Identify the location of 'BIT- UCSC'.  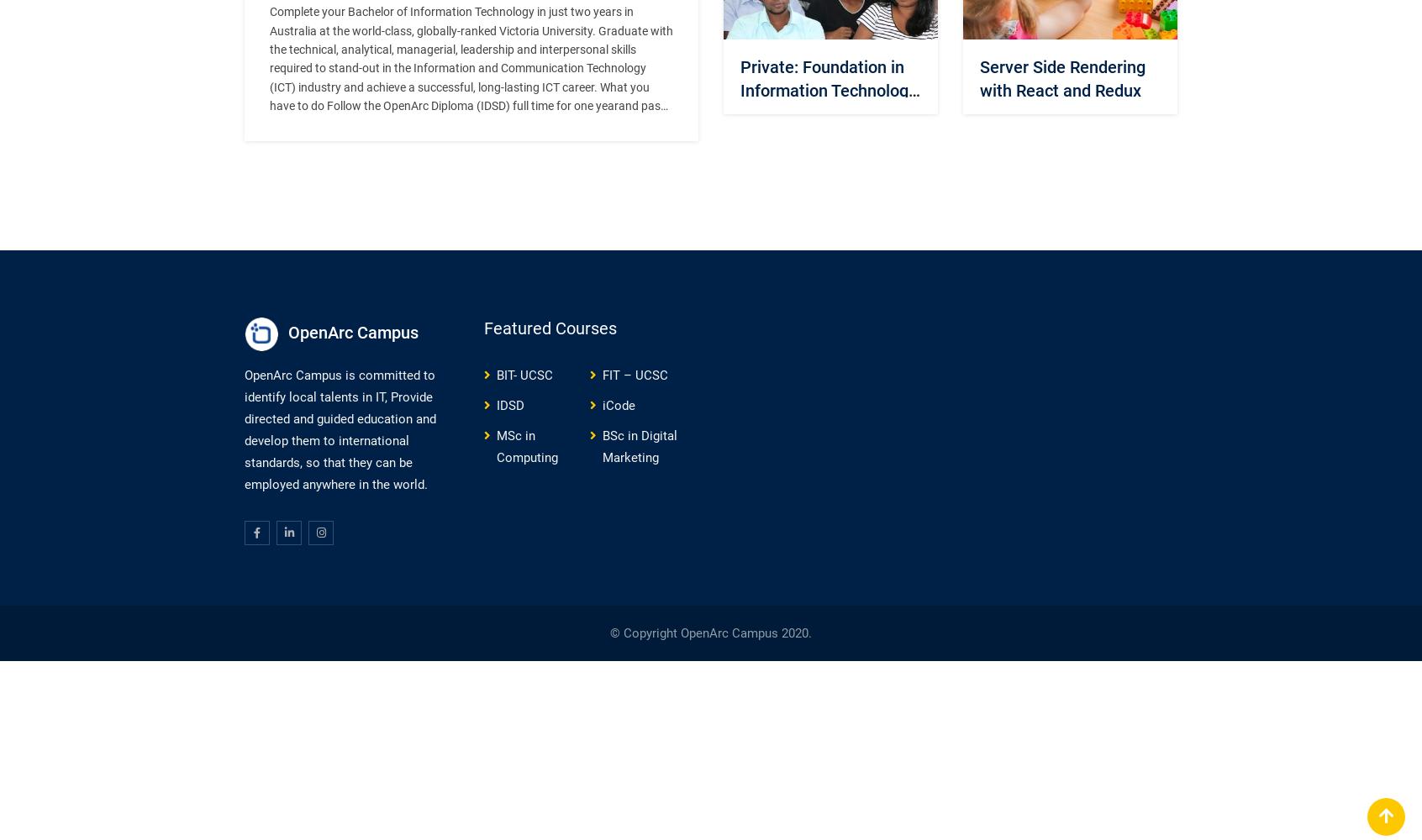
(496, 374).